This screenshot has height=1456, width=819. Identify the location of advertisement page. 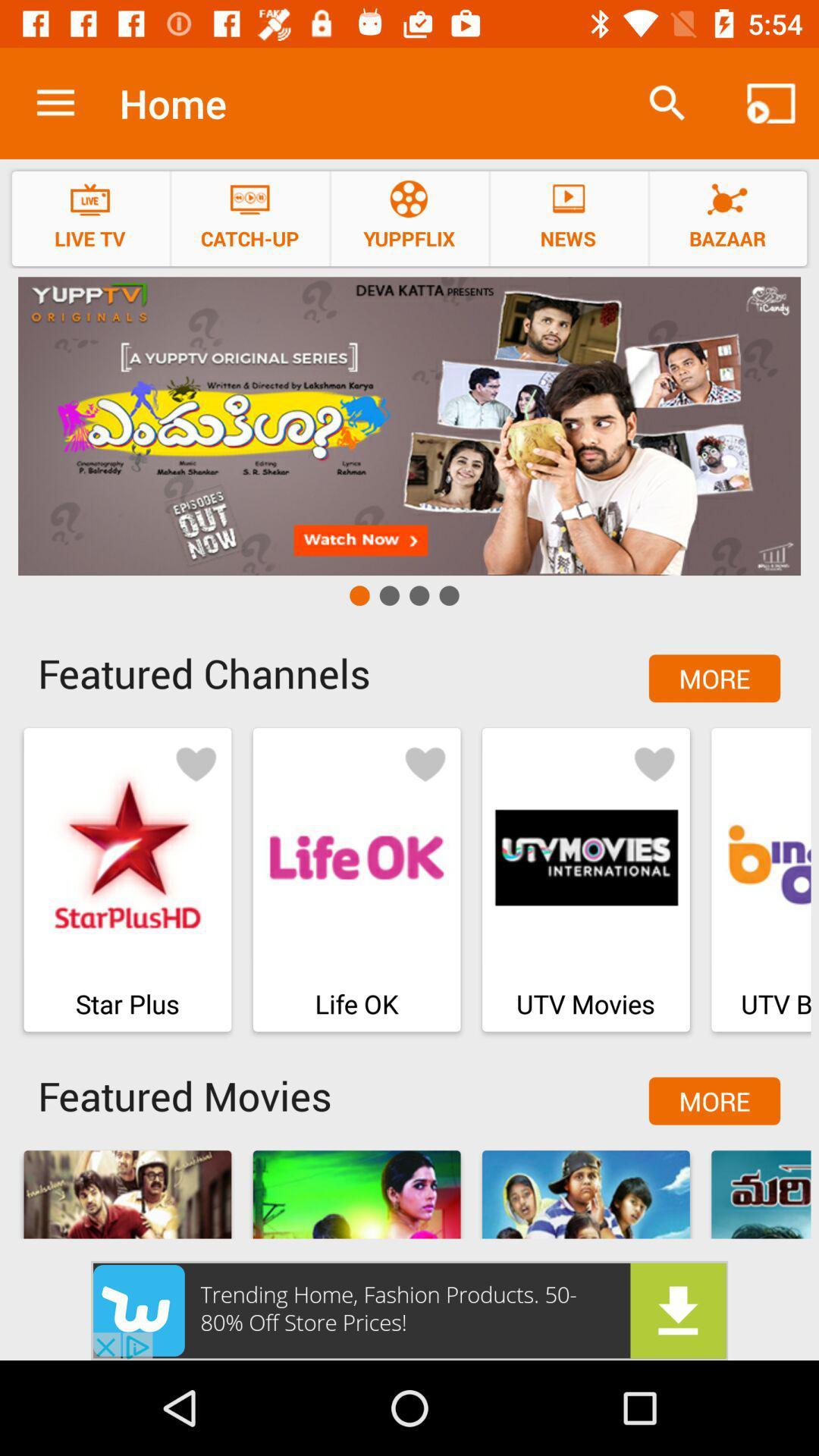
(409, 1310).